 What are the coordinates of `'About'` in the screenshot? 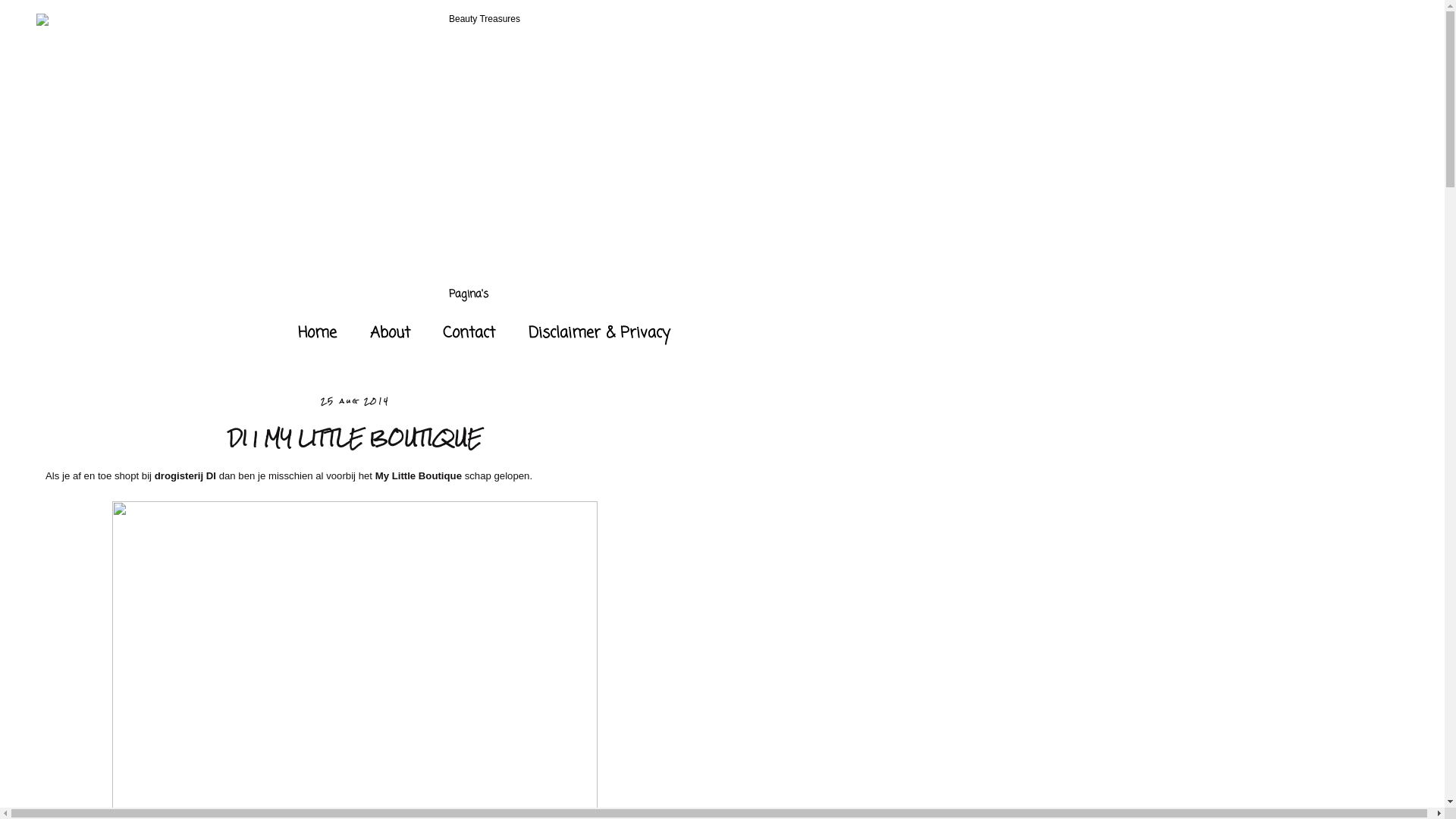 It's located at (353, 332).